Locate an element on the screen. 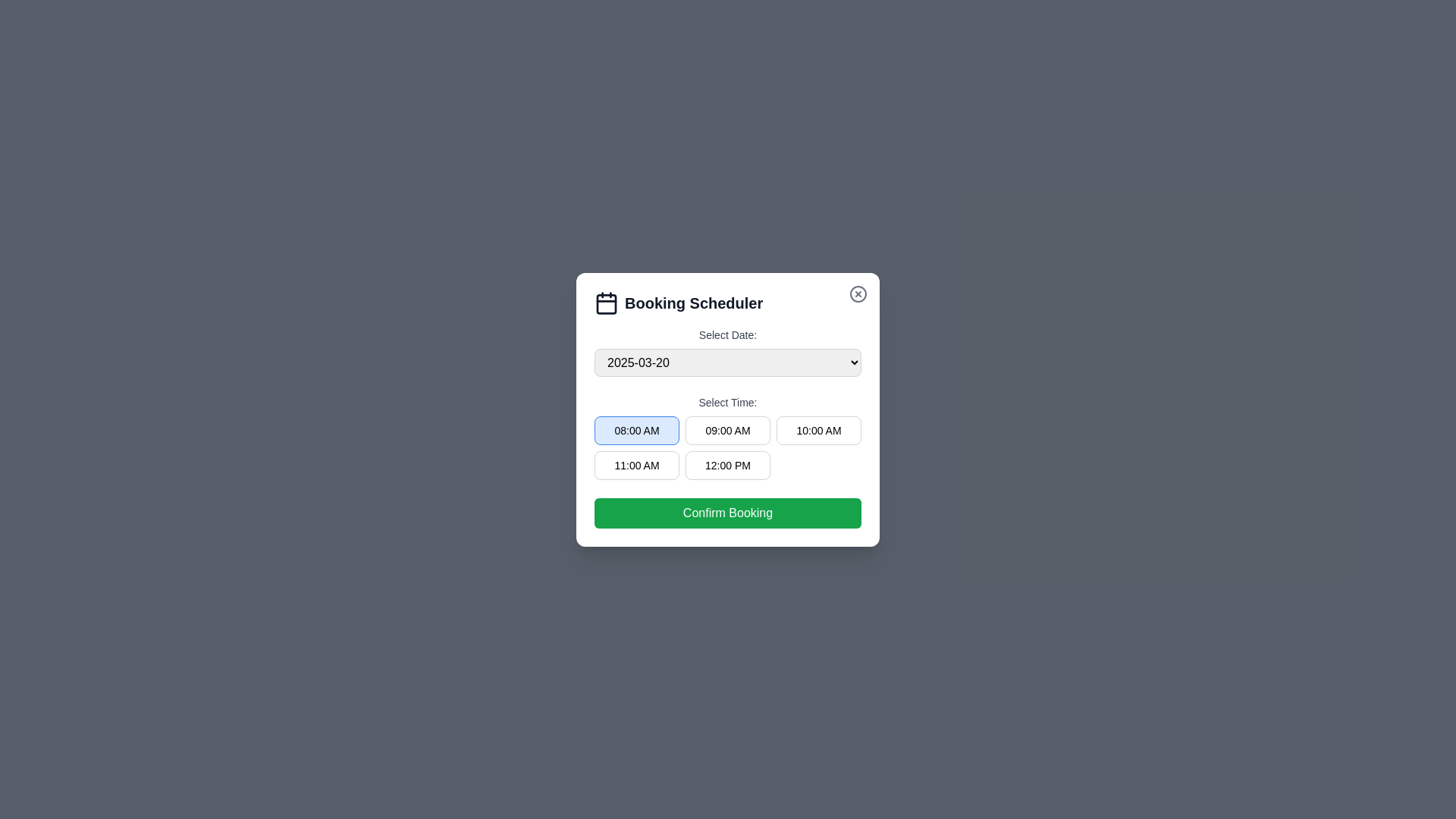 The width and height of the screenshot is (1456, 819). the close button located in the top-right corner of the 'Booking Scheduler' dialog is located at coordinates (858, 293).